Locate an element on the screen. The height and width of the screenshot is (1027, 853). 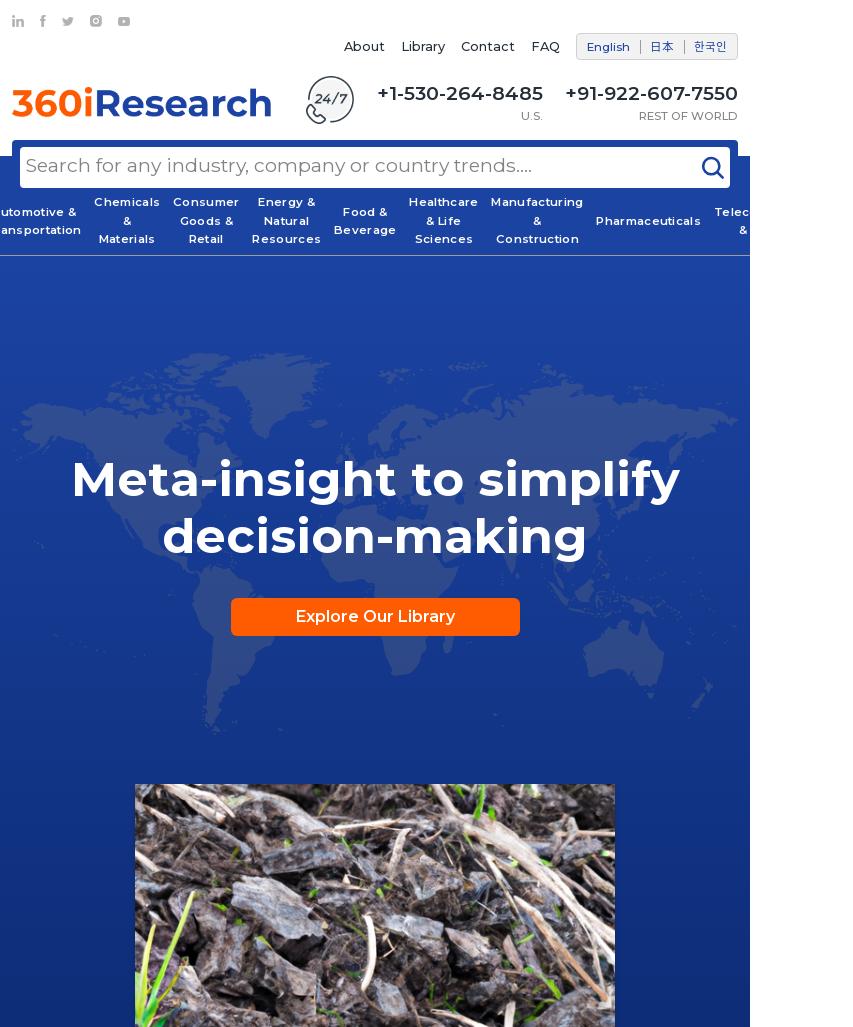
'FAQ' is located at coordinates (544, 45).